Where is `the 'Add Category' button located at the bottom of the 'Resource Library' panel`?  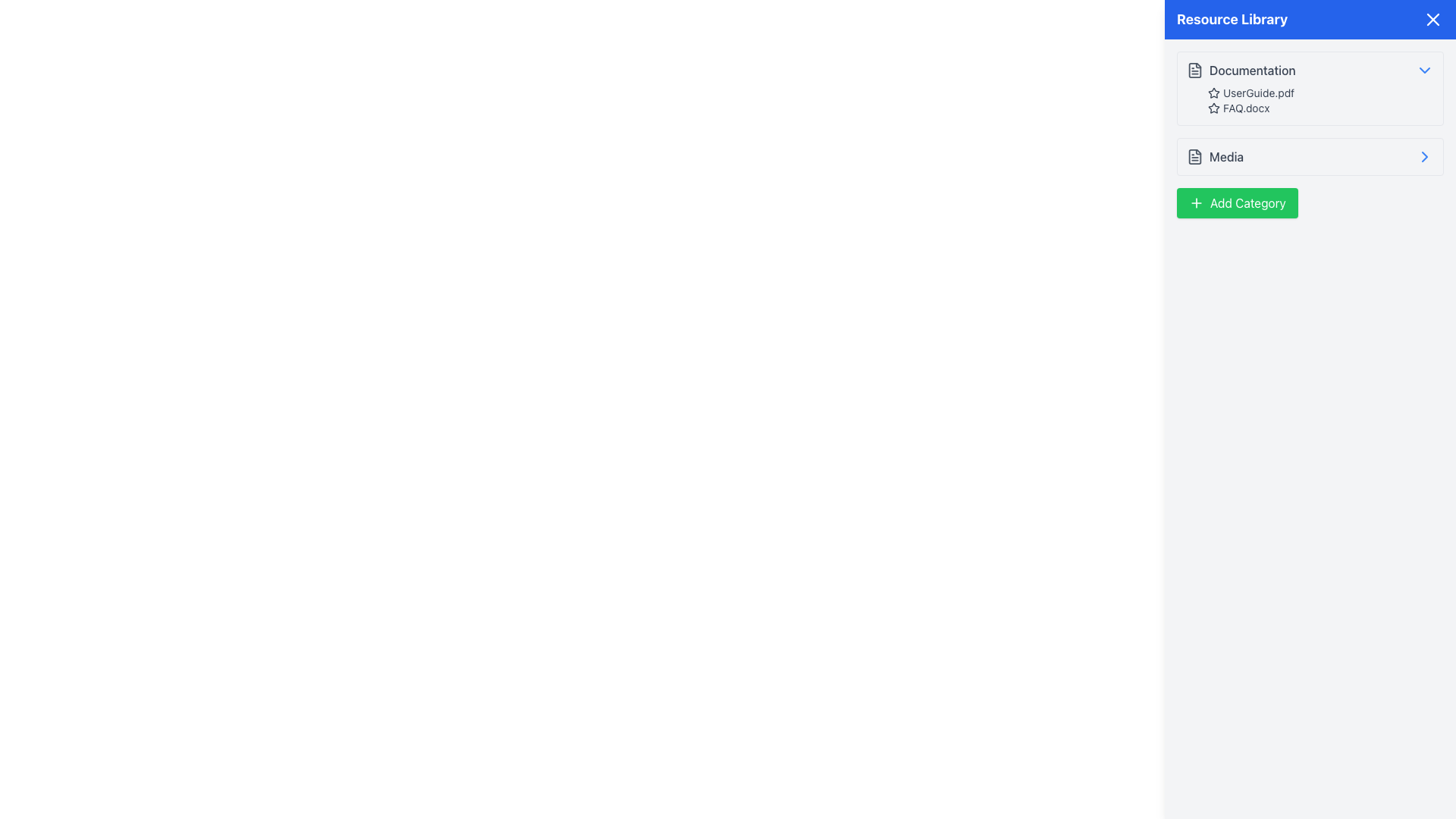
the 'Add Category' button located at the bottom of the 'Resource Library' panel is located at coordinates (1238, 202).